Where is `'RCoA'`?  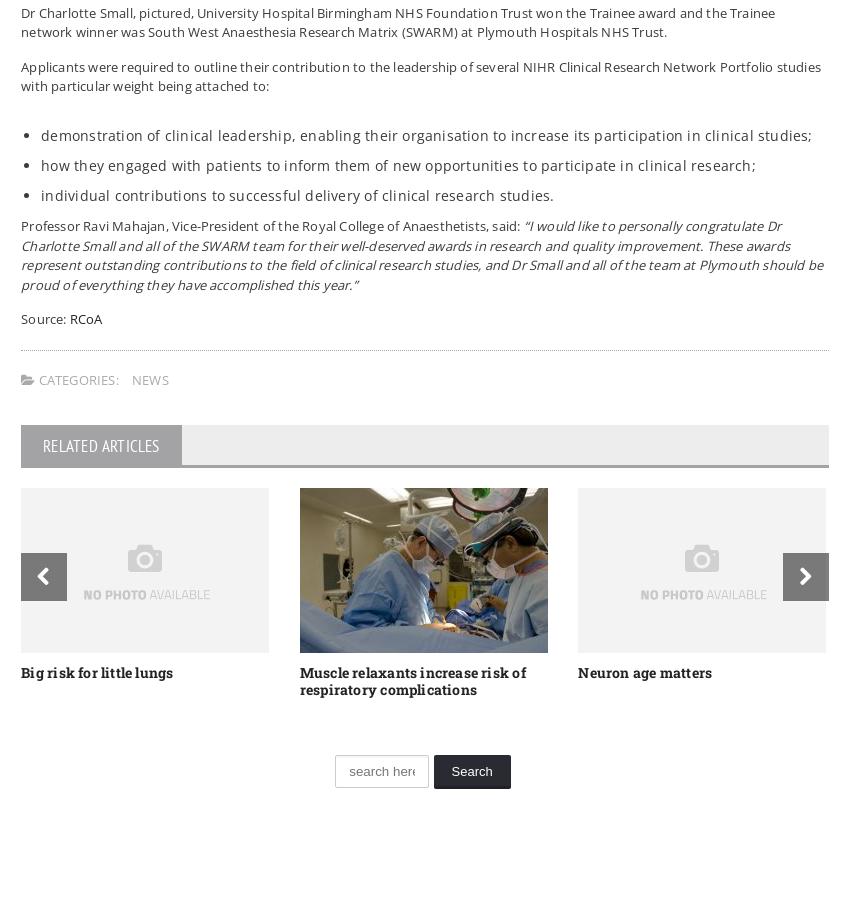 'RCoA' is located at coordinates (85, 318).